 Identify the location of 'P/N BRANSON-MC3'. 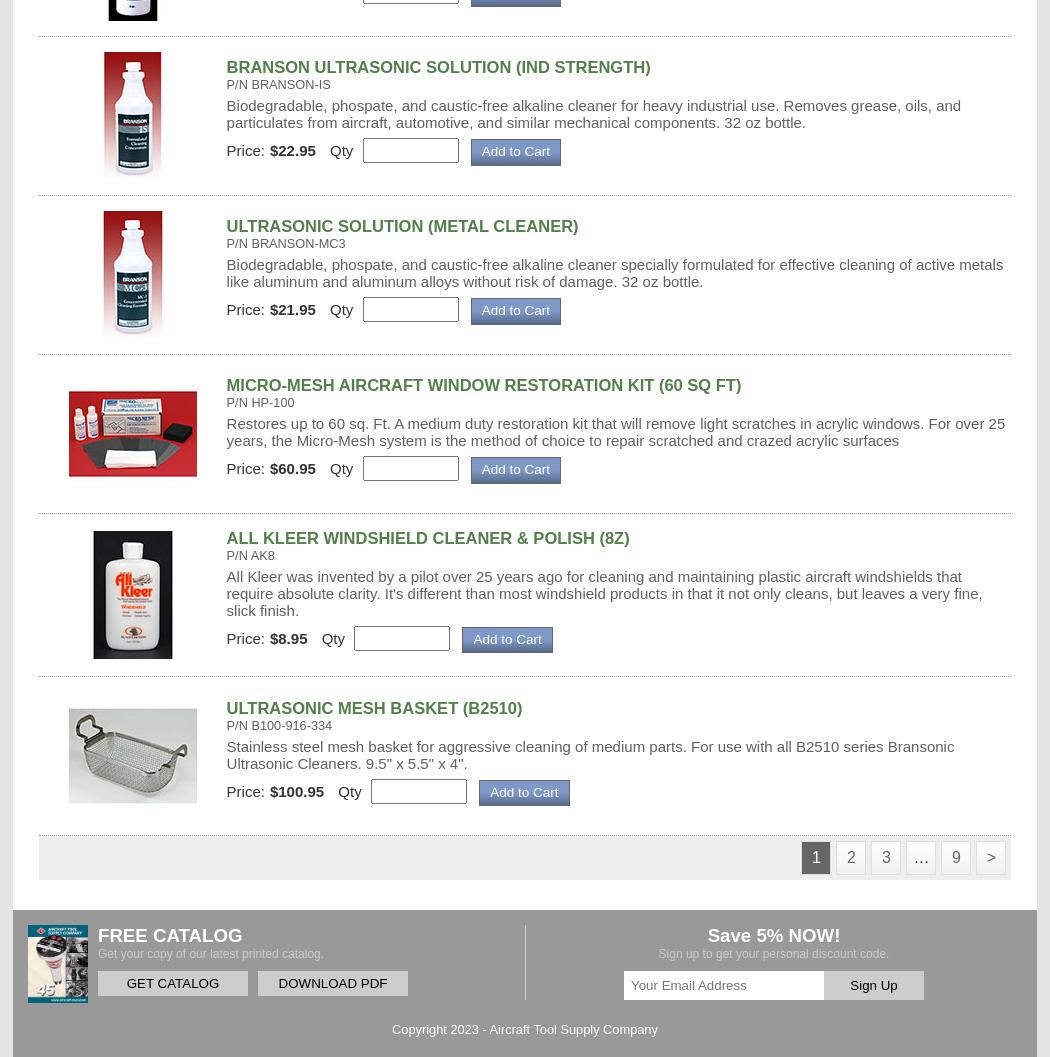
(284, 242).